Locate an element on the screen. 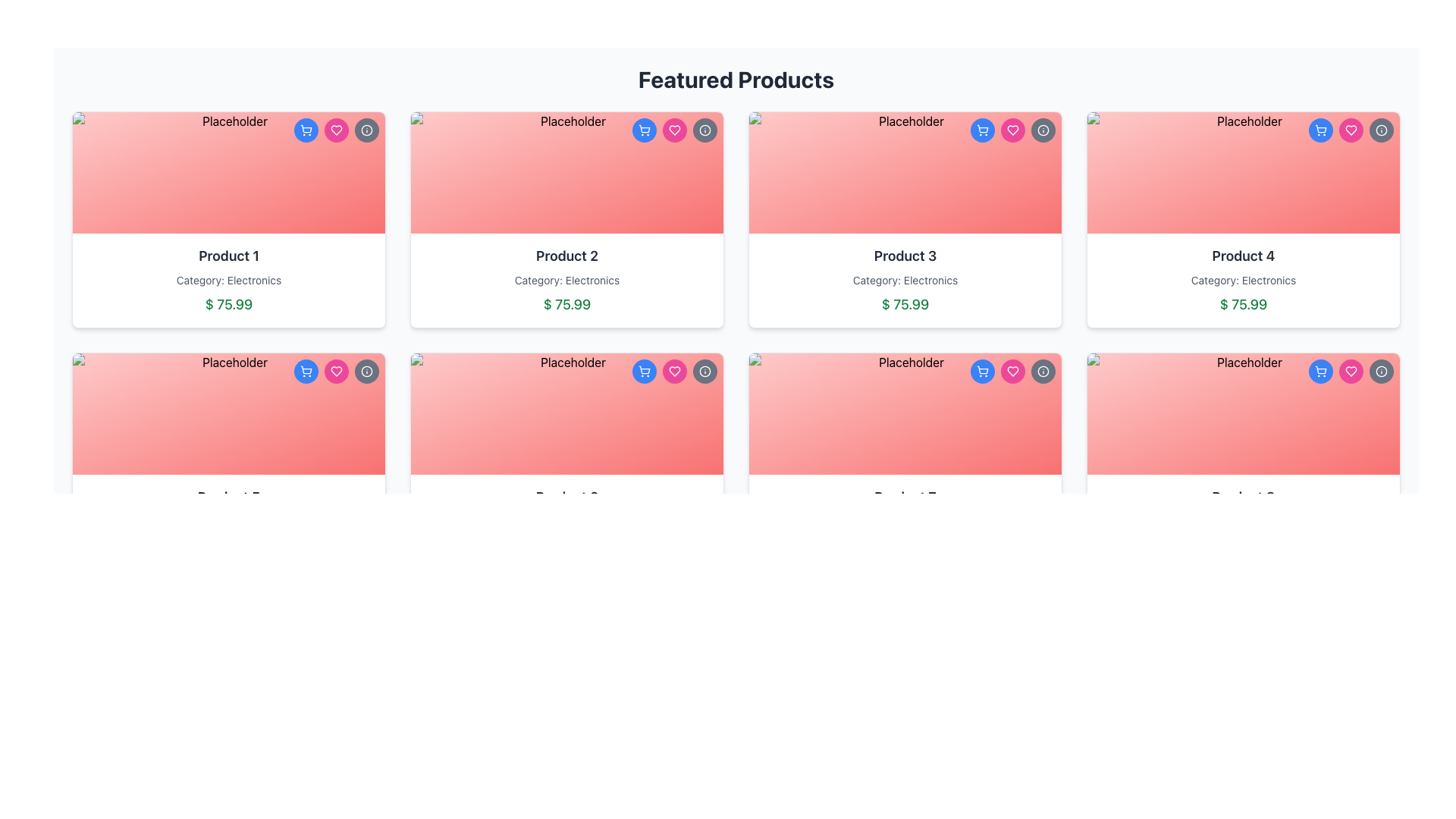 Image resolution: width=1456 pixels, height=819 pixels. the circular pink button with a white heart icon, which is the second button in the top-right corner of the 'Product 1' card is located at coordinates (336, 371).